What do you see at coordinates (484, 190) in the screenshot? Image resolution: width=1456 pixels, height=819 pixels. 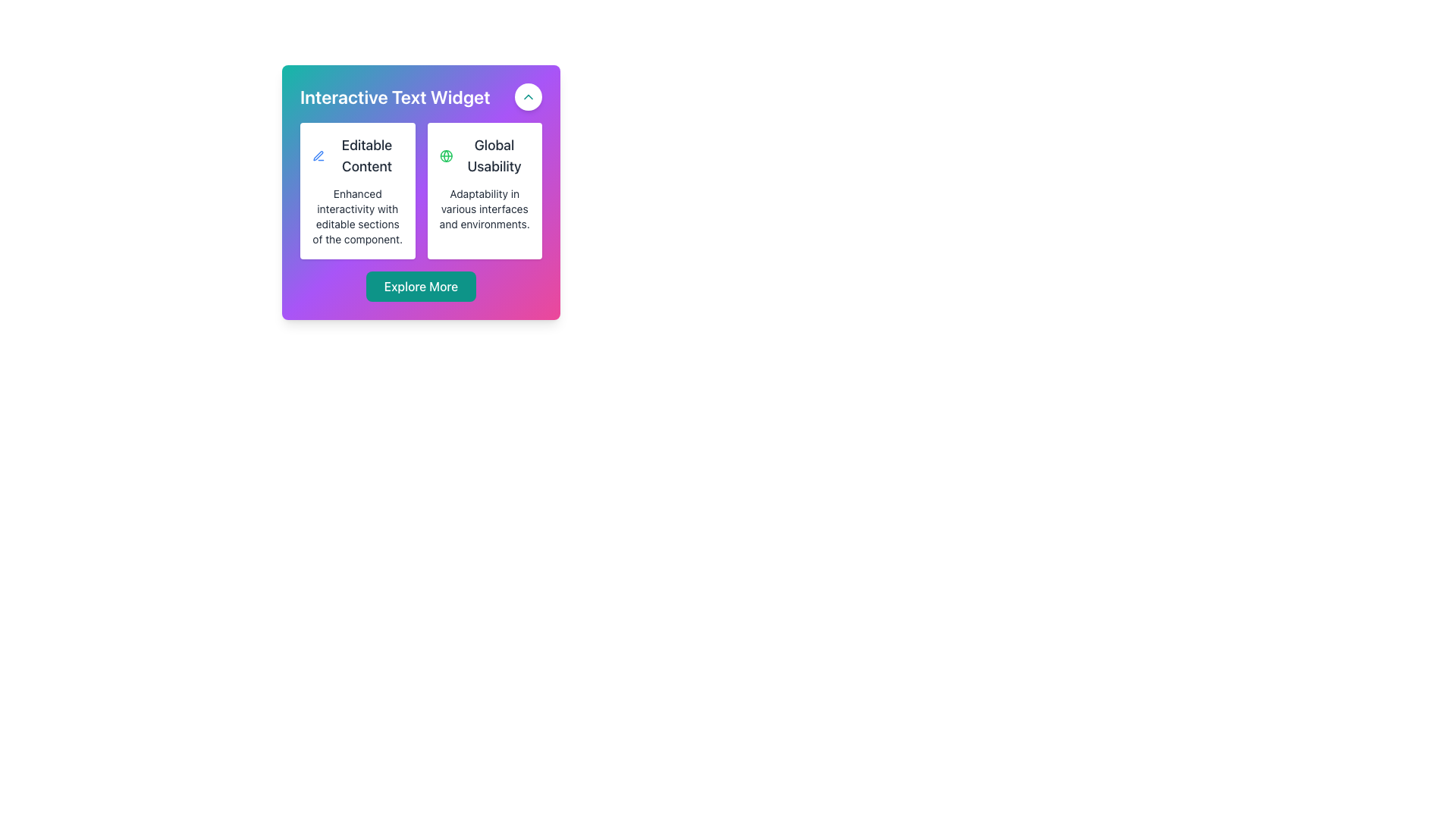 I see `content inside the Information Card located in the second column of the grid layout, positioned to the right of the 'Editable Content' card and above the 'Explore More' button` at bounding box center [484, 190].